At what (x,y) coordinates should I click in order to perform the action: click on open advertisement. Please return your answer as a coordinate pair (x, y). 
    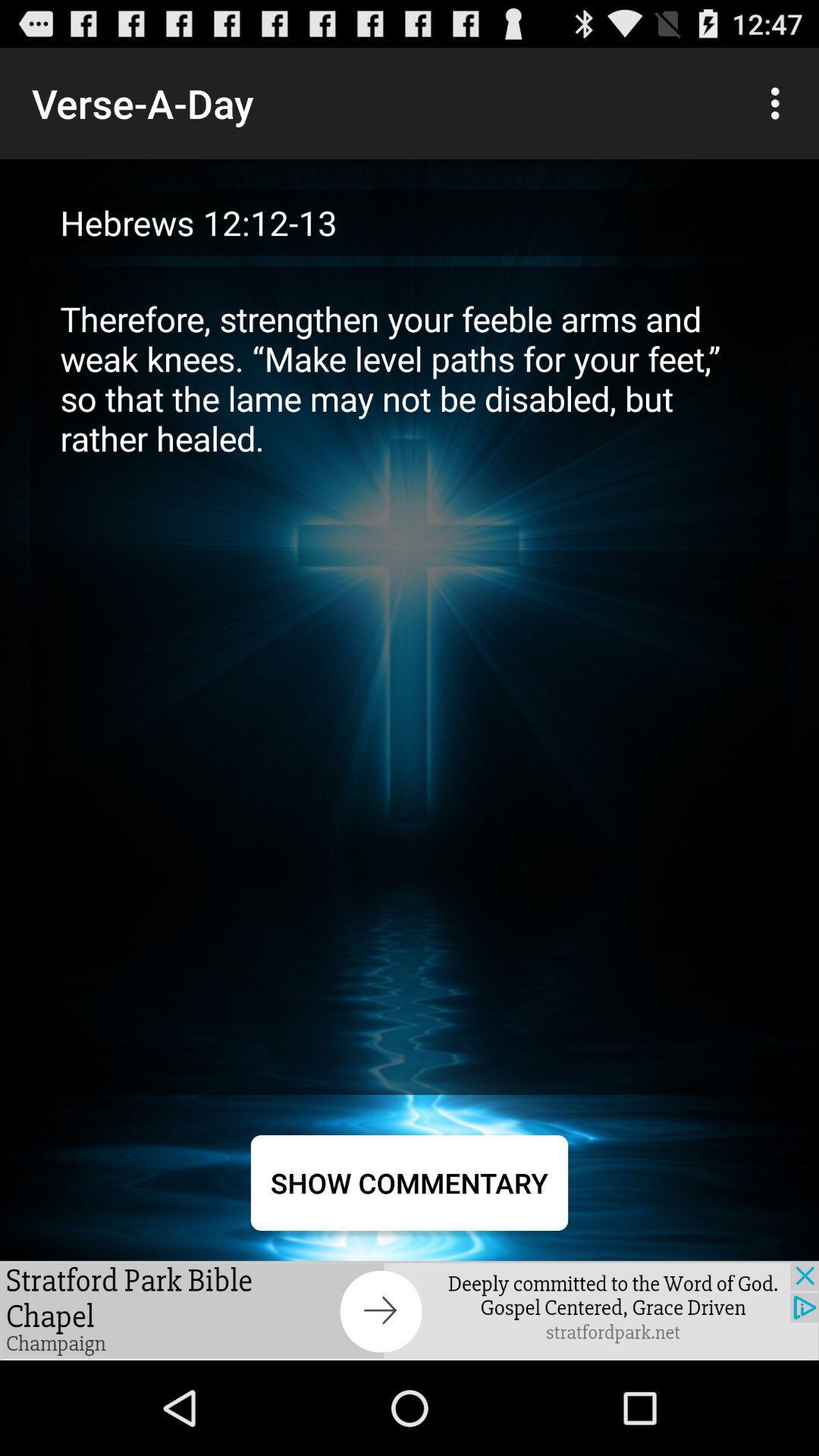
    Looking at the image, I should click on (409, 1310).